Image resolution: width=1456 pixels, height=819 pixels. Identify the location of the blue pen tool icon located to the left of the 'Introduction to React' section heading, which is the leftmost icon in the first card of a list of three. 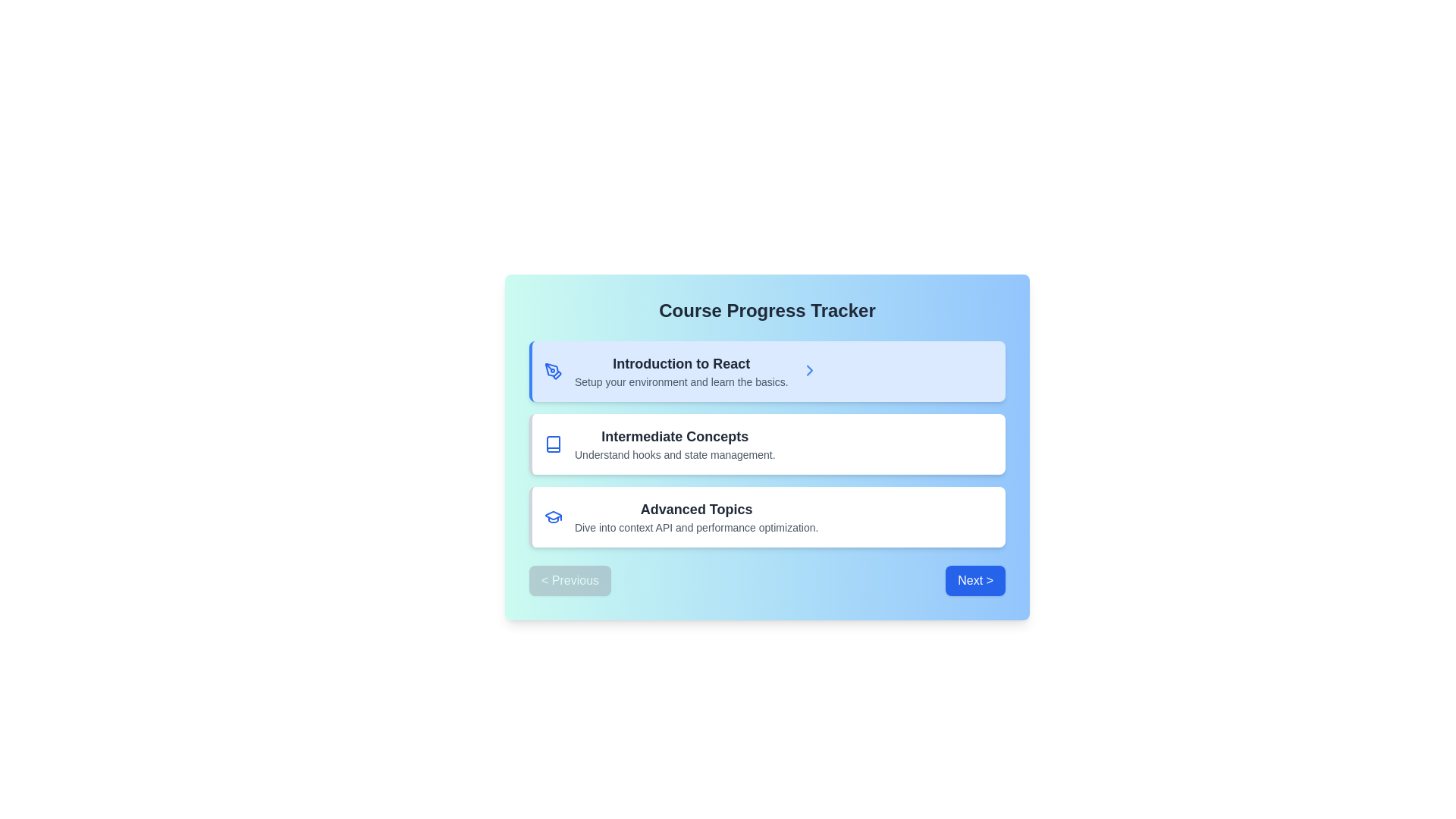
(552, 371).